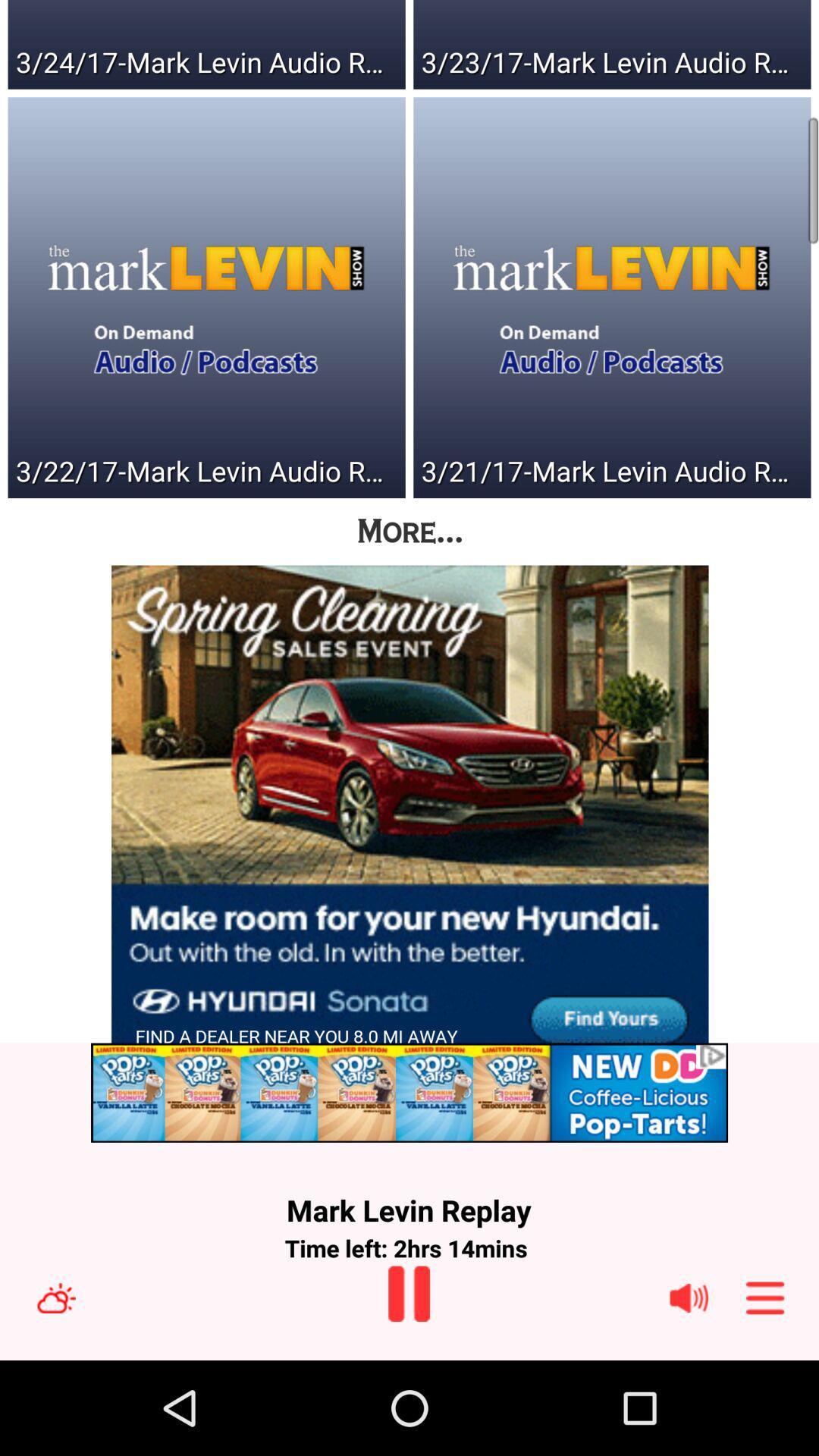  Describe the element at coordinates (765, 1297) in the screenshot. I see `access the menu` at that location.